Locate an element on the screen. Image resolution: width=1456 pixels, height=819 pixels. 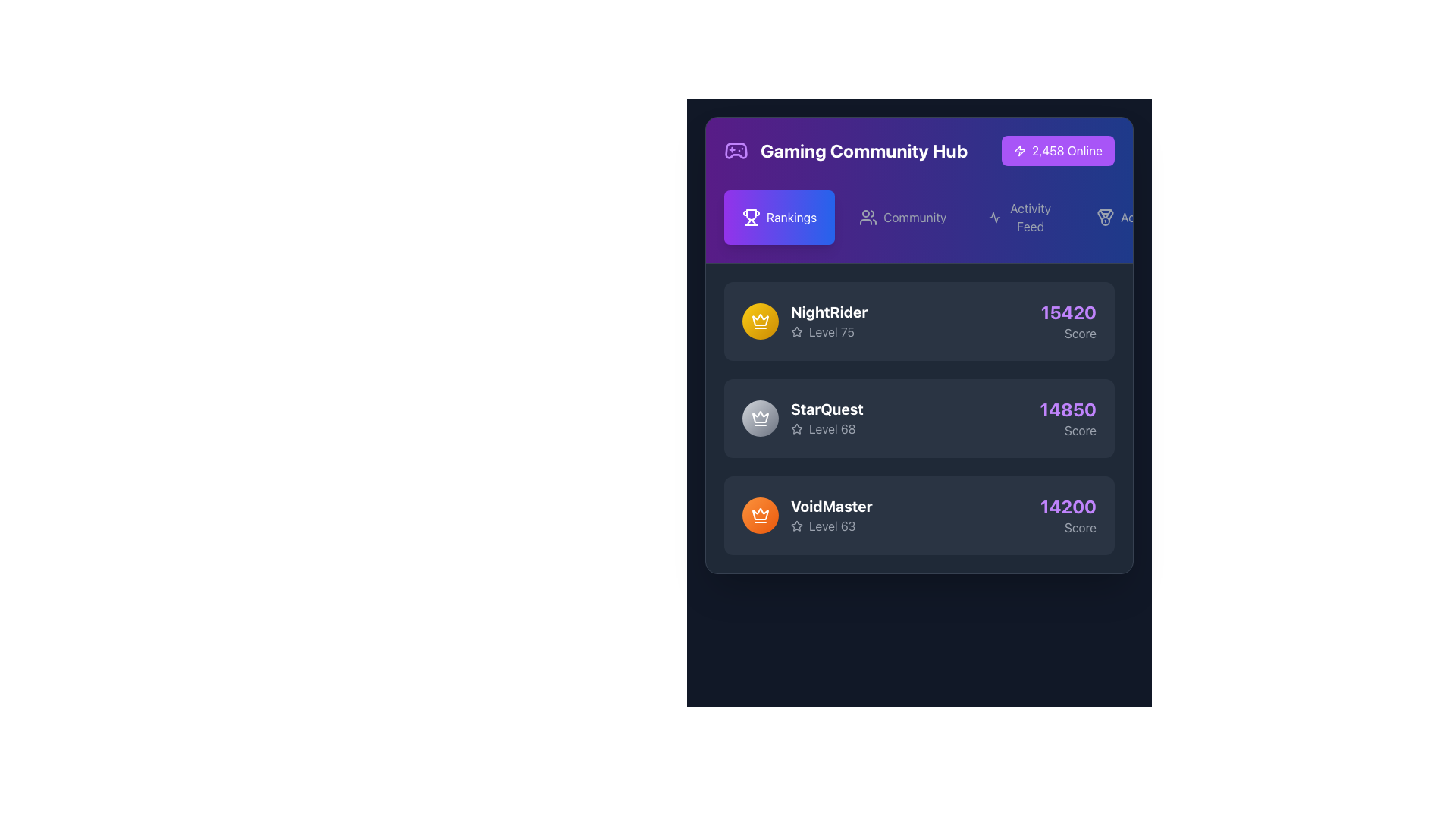
the 'Level 63' text label with a star icon located below the 'VoidMaster' title is located at coordinates (830, 526).